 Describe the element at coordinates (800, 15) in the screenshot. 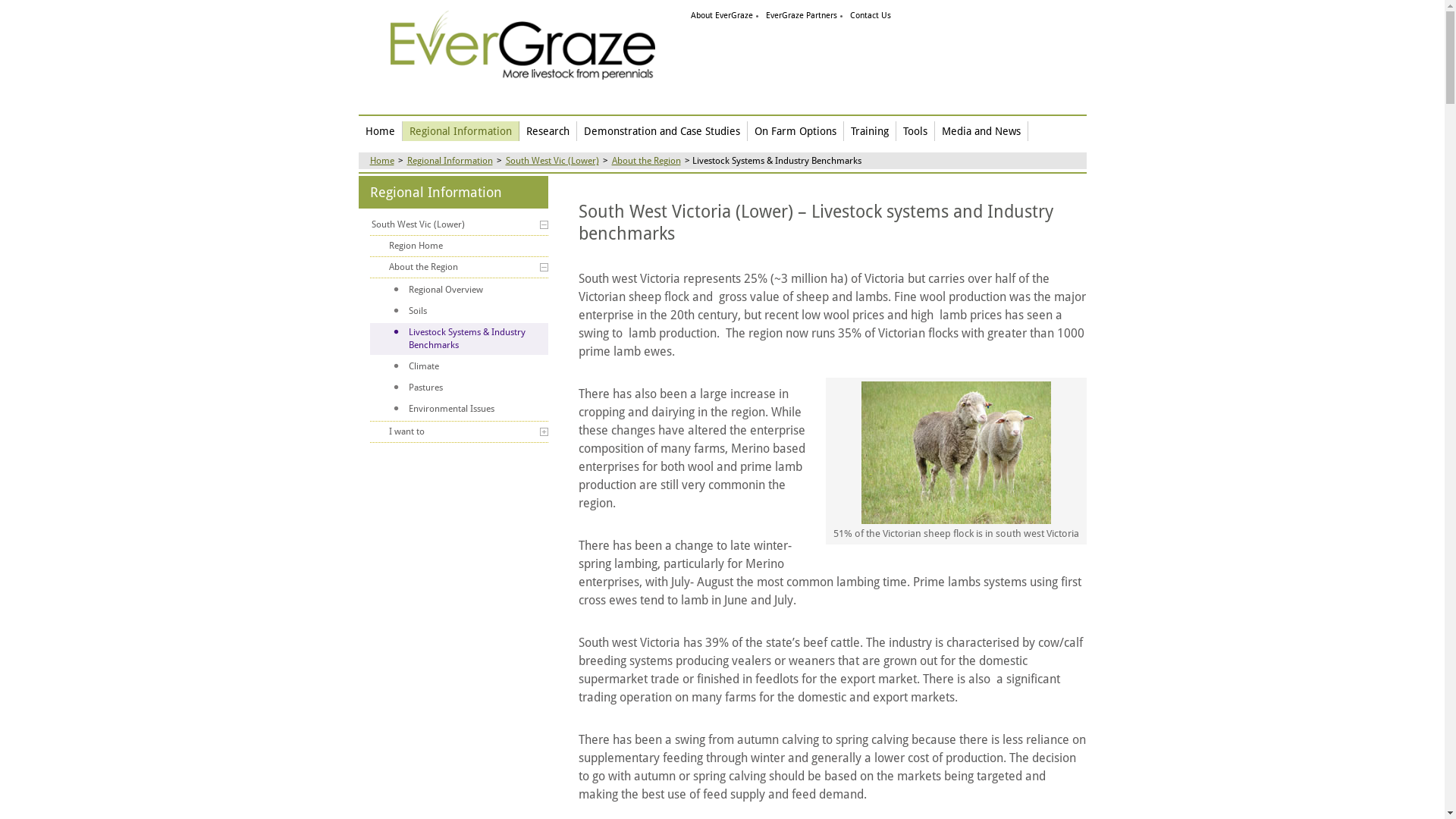

I see `'EverGraze Partners'` at that location.